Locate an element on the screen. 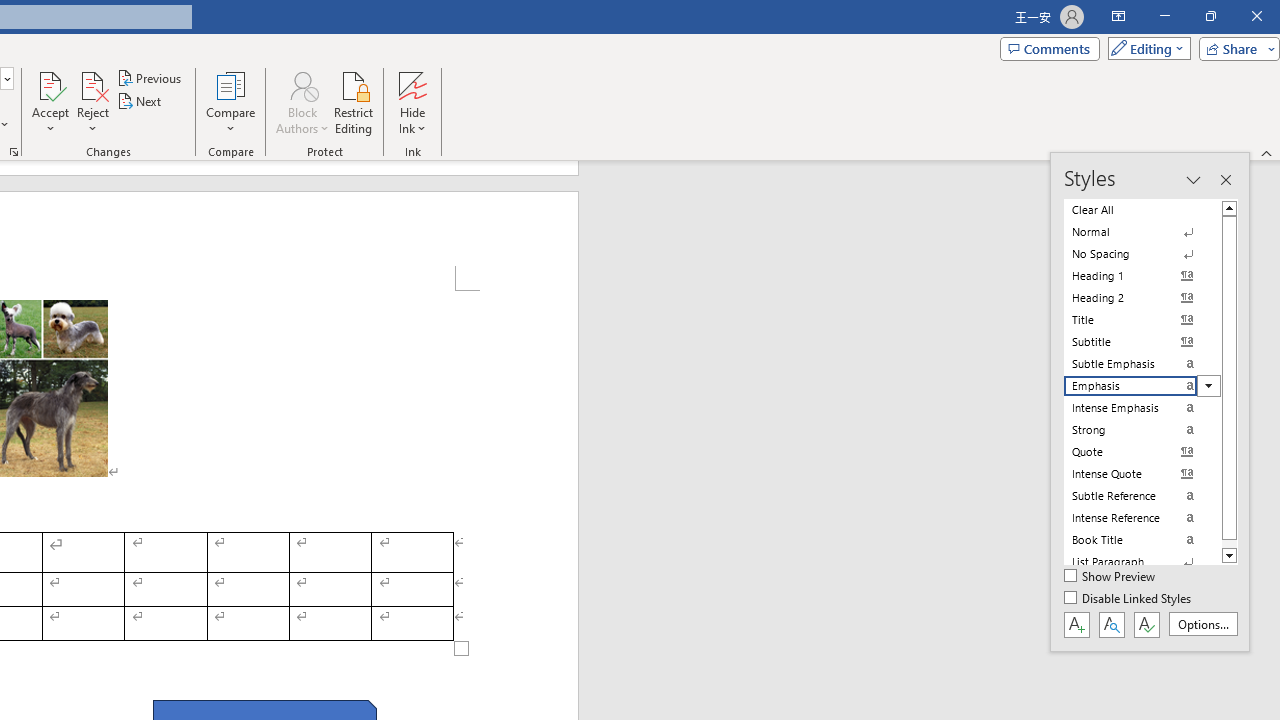 Image resolution: width=1280 pixels, height=720 pixels. 'Subtle Emphasis' is located at coordinates (1142, 363).